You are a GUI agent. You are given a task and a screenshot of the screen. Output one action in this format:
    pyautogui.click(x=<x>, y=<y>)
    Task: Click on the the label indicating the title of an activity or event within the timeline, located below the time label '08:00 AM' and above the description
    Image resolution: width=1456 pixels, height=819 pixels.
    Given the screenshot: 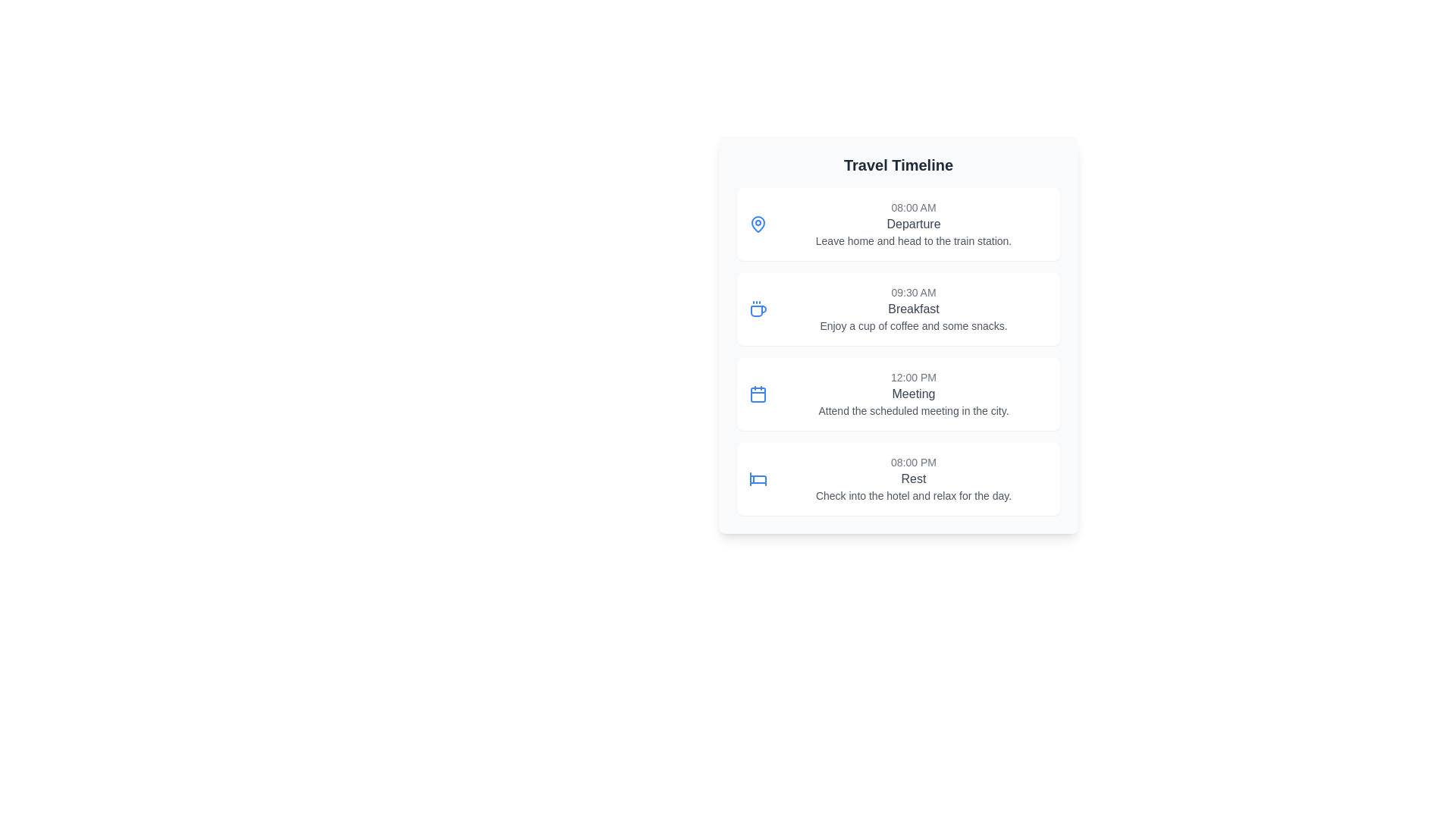 What is the action you would take?
    pyautogui.click(x=912, y=224)
    